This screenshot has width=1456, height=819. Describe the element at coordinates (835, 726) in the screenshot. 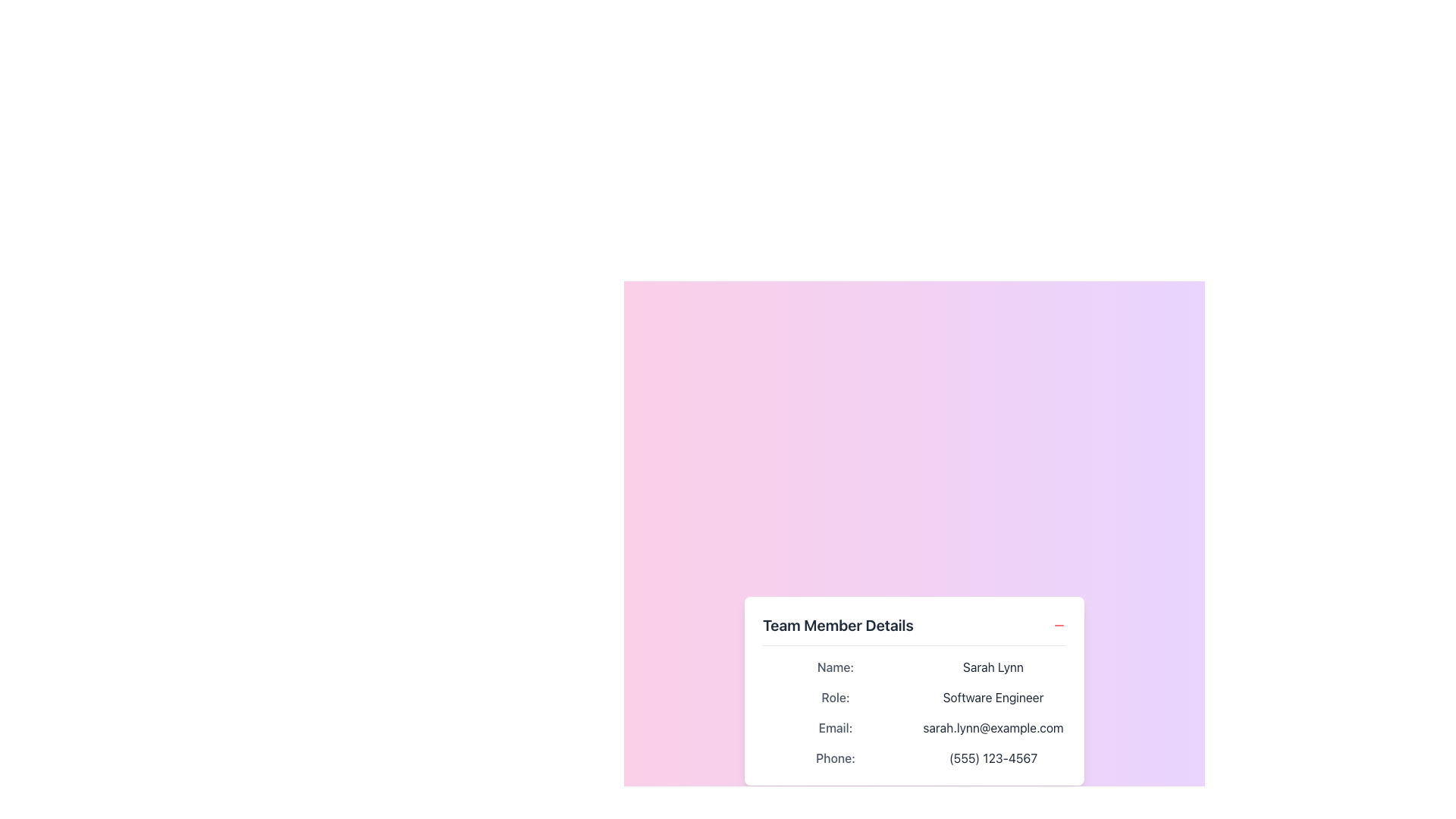

I see `the static text label that identifies the email address, positioned between the 'Role:' label above and the 'Phone:' label below in the left column of a grid layout` at that location.